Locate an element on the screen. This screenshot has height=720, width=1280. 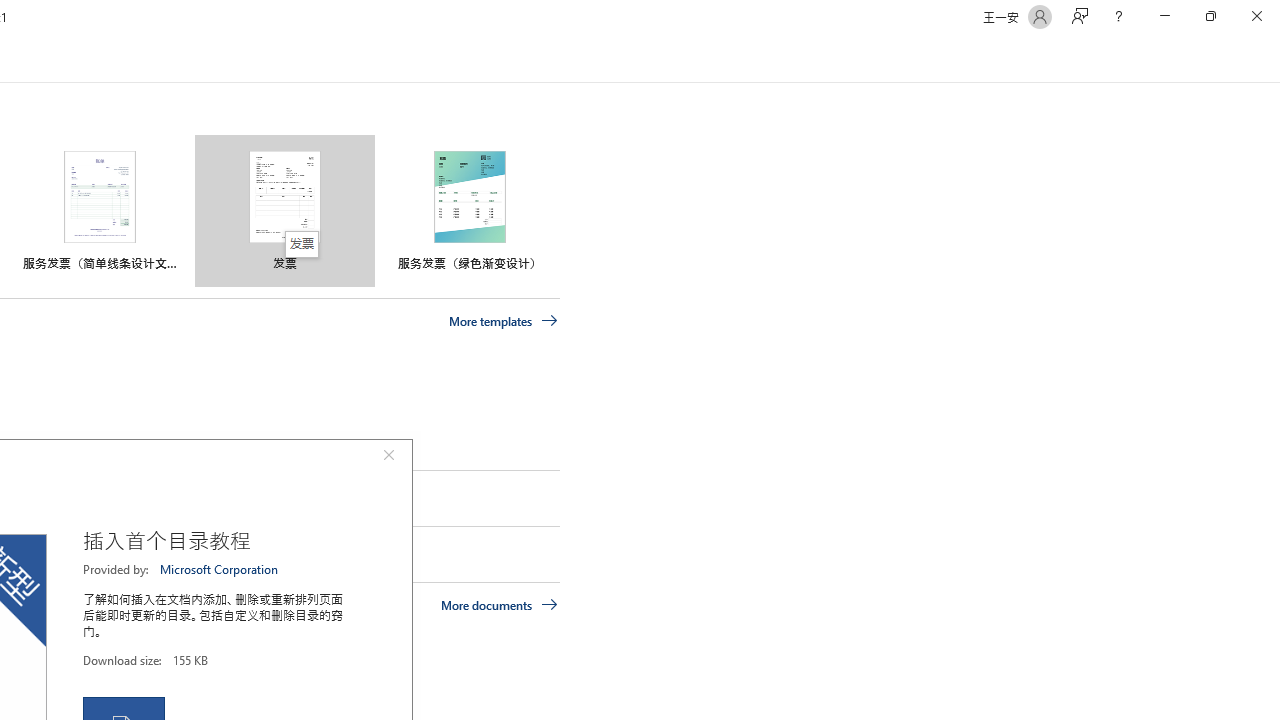
'More documents' is located at coordinates (499, 603).